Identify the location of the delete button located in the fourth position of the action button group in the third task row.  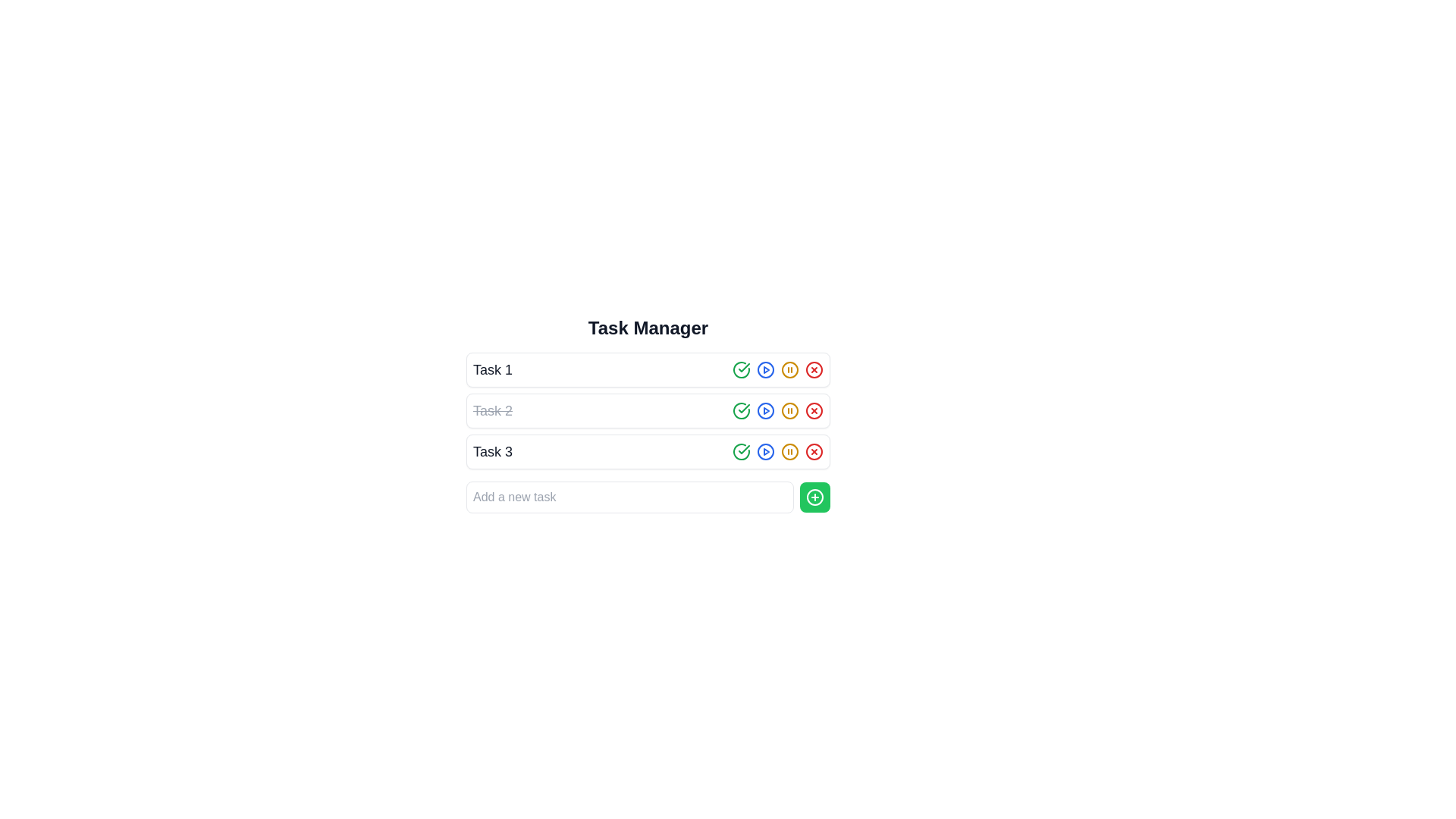
(814, 451).